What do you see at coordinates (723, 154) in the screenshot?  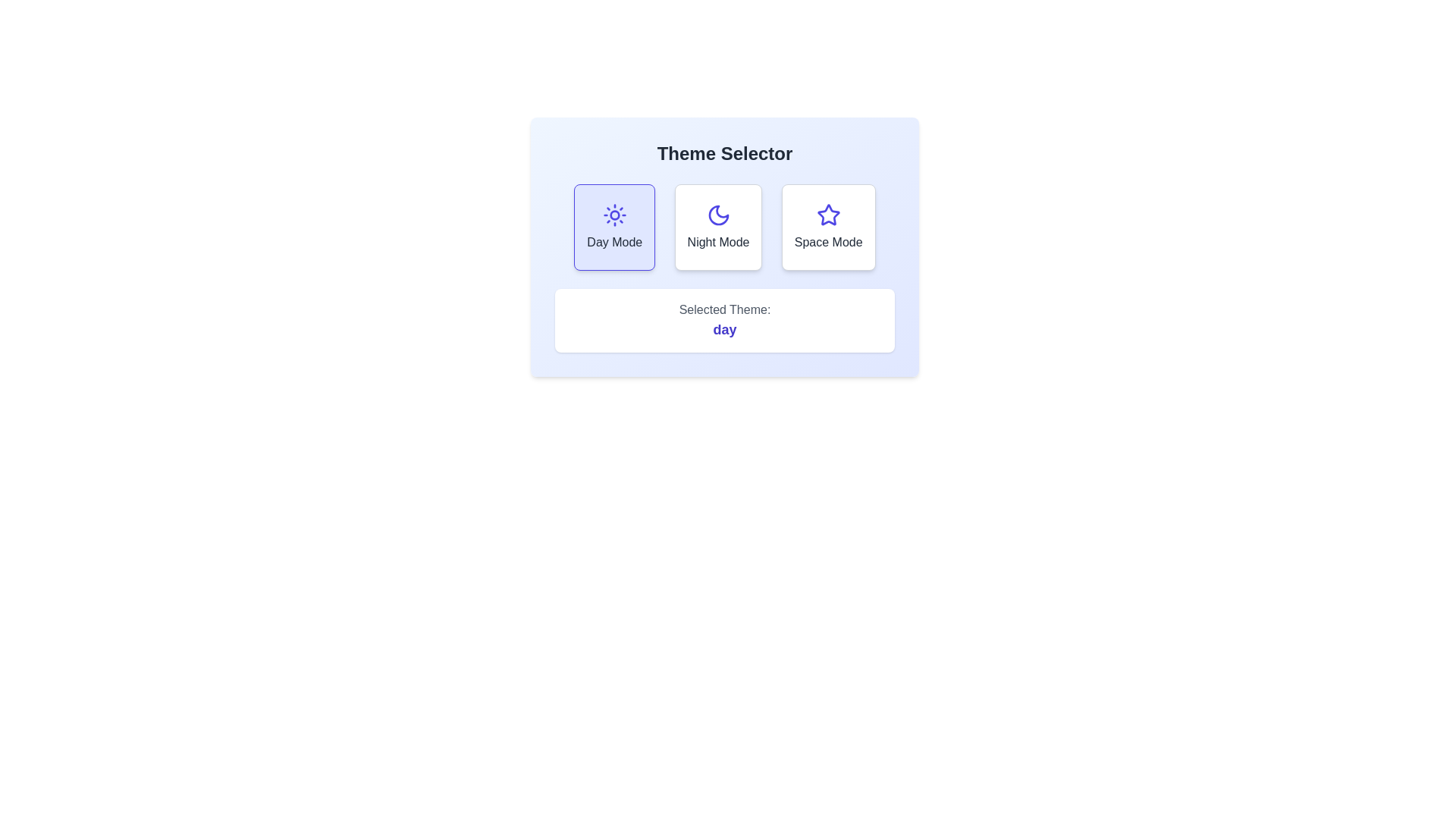 I see `the 'Theme Selector' text header, which is bold, centered, and located at the top of the panel above the mode selection buttons` at bounding box center [723, 154].